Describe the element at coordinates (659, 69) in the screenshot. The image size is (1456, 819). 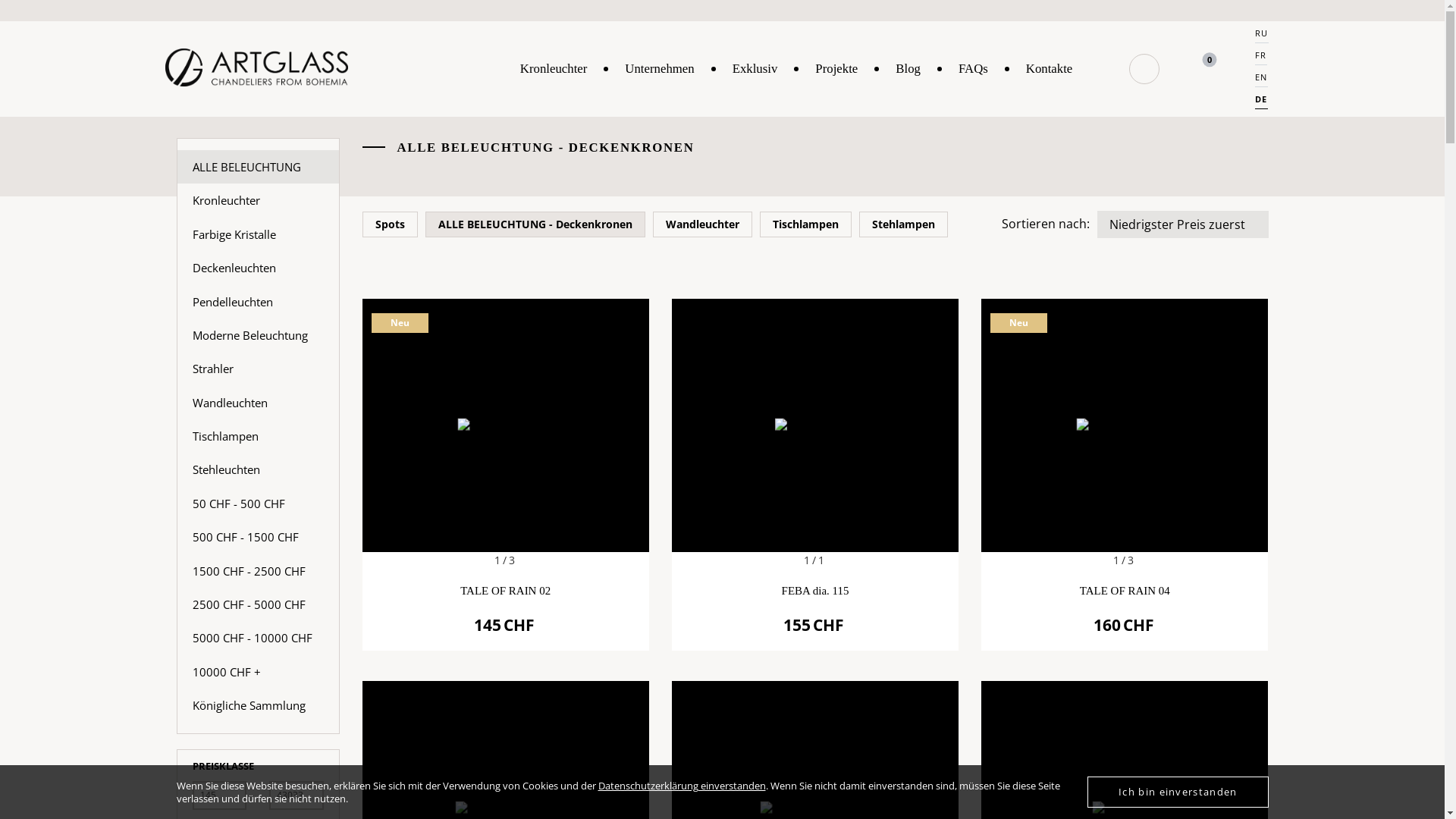
I see `'Unternehmen'` at that location.